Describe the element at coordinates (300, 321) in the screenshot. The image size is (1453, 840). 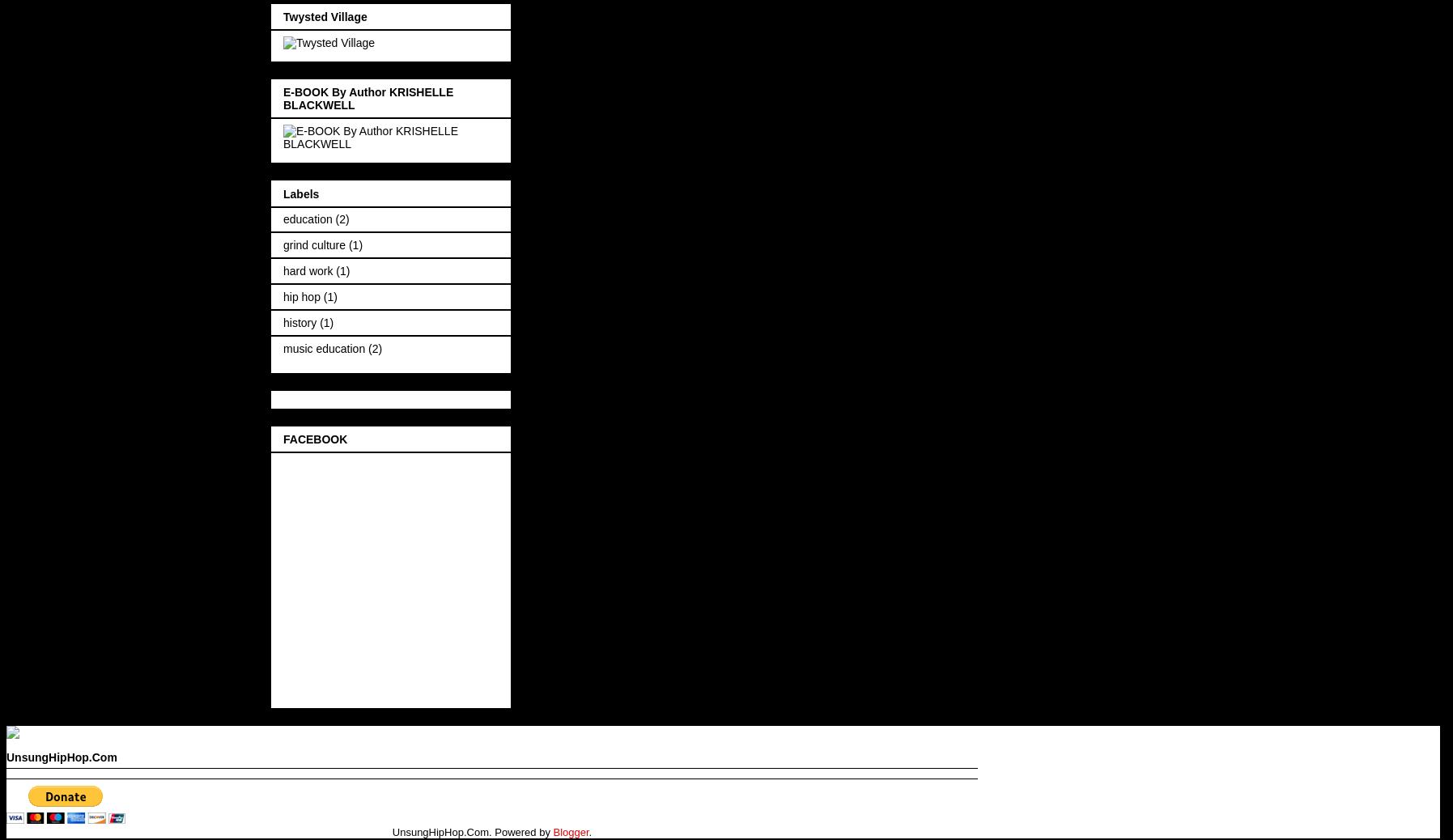
I see `'history'` at that location.